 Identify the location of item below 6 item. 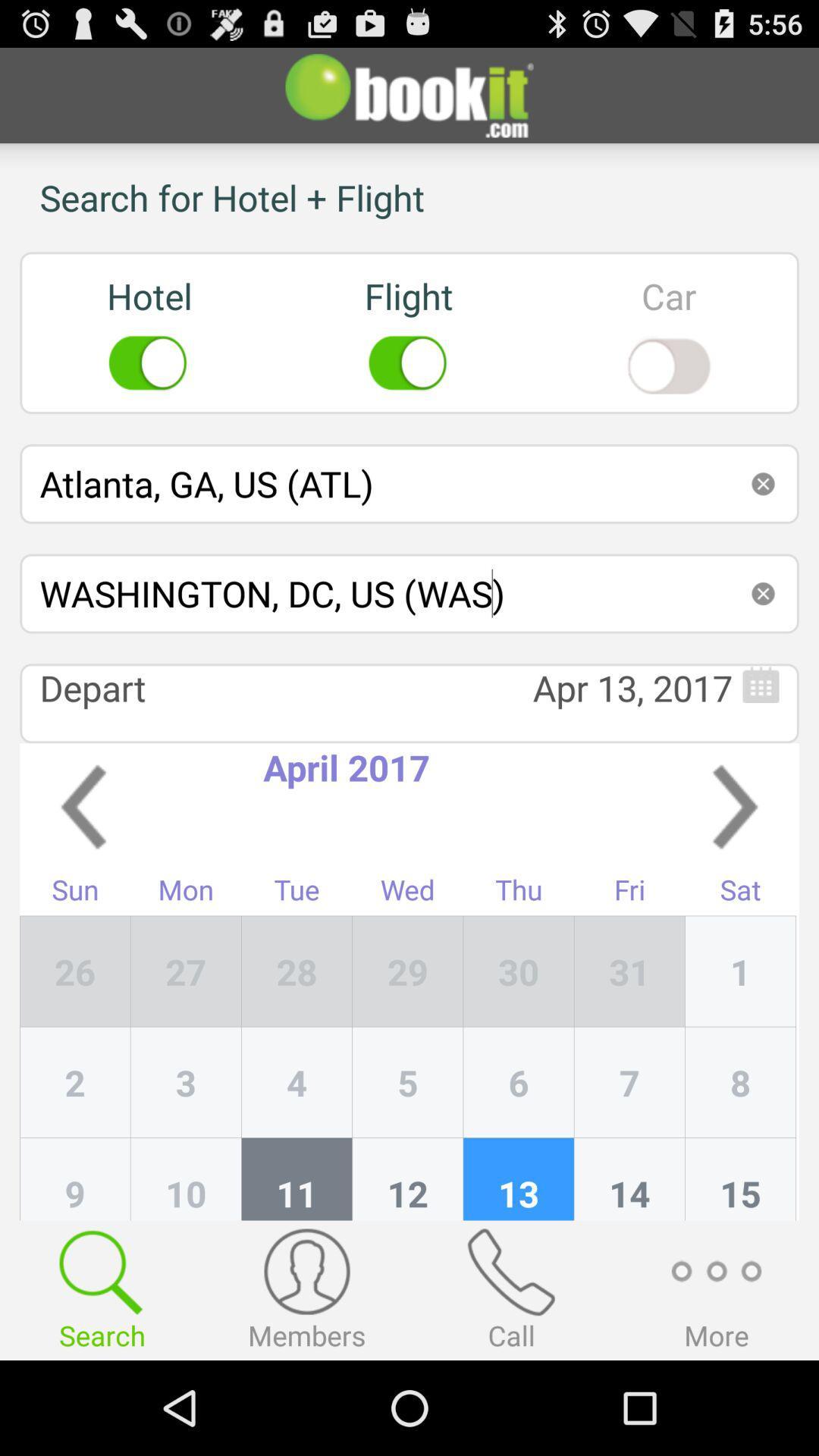
(629, 1178).